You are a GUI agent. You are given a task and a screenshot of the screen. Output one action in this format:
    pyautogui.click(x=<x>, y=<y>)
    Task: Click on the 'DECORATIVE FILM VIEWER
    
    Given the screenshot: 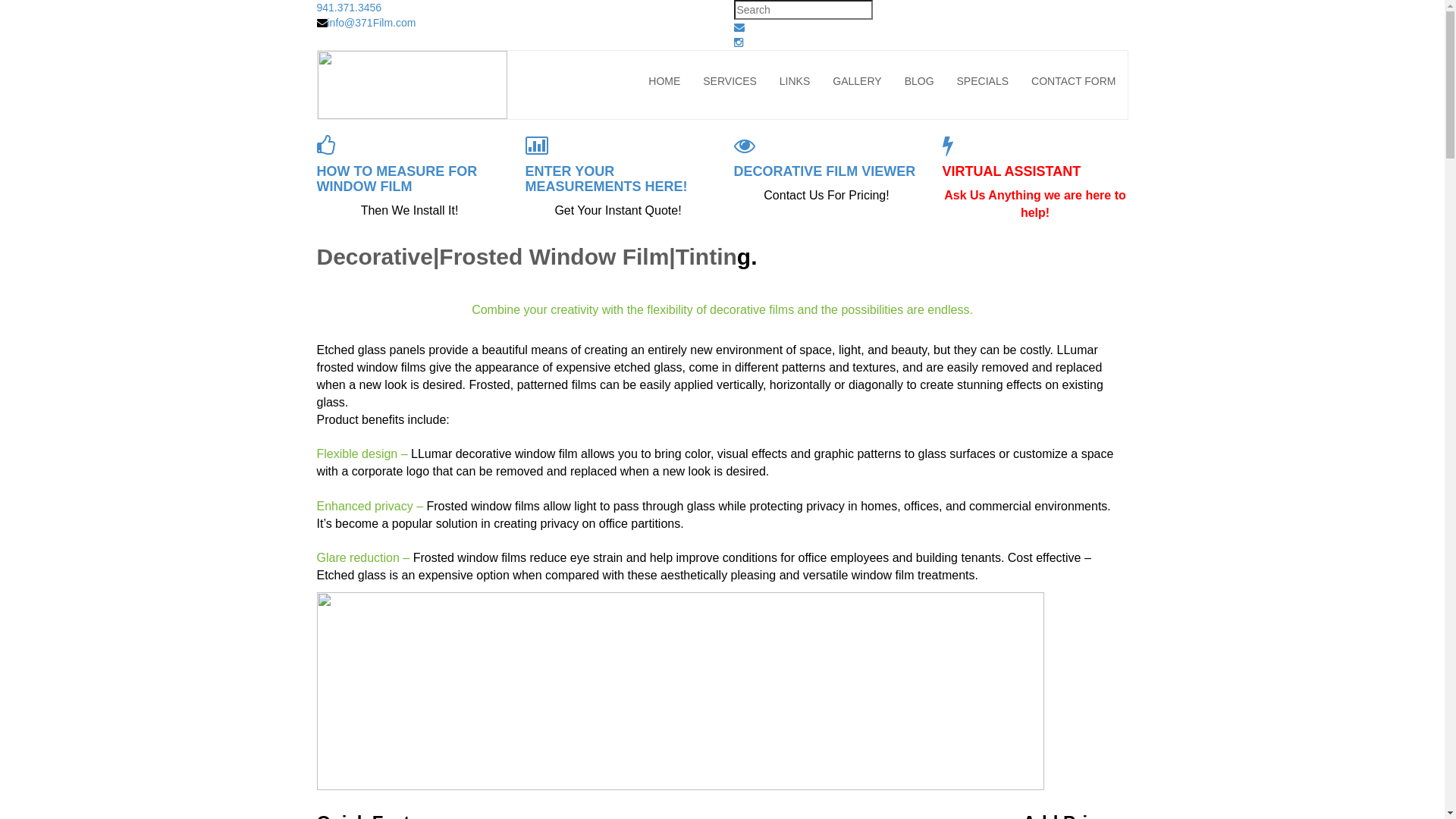 What is the action you would take?
    pyautogui.click(x=826, y=169)
    